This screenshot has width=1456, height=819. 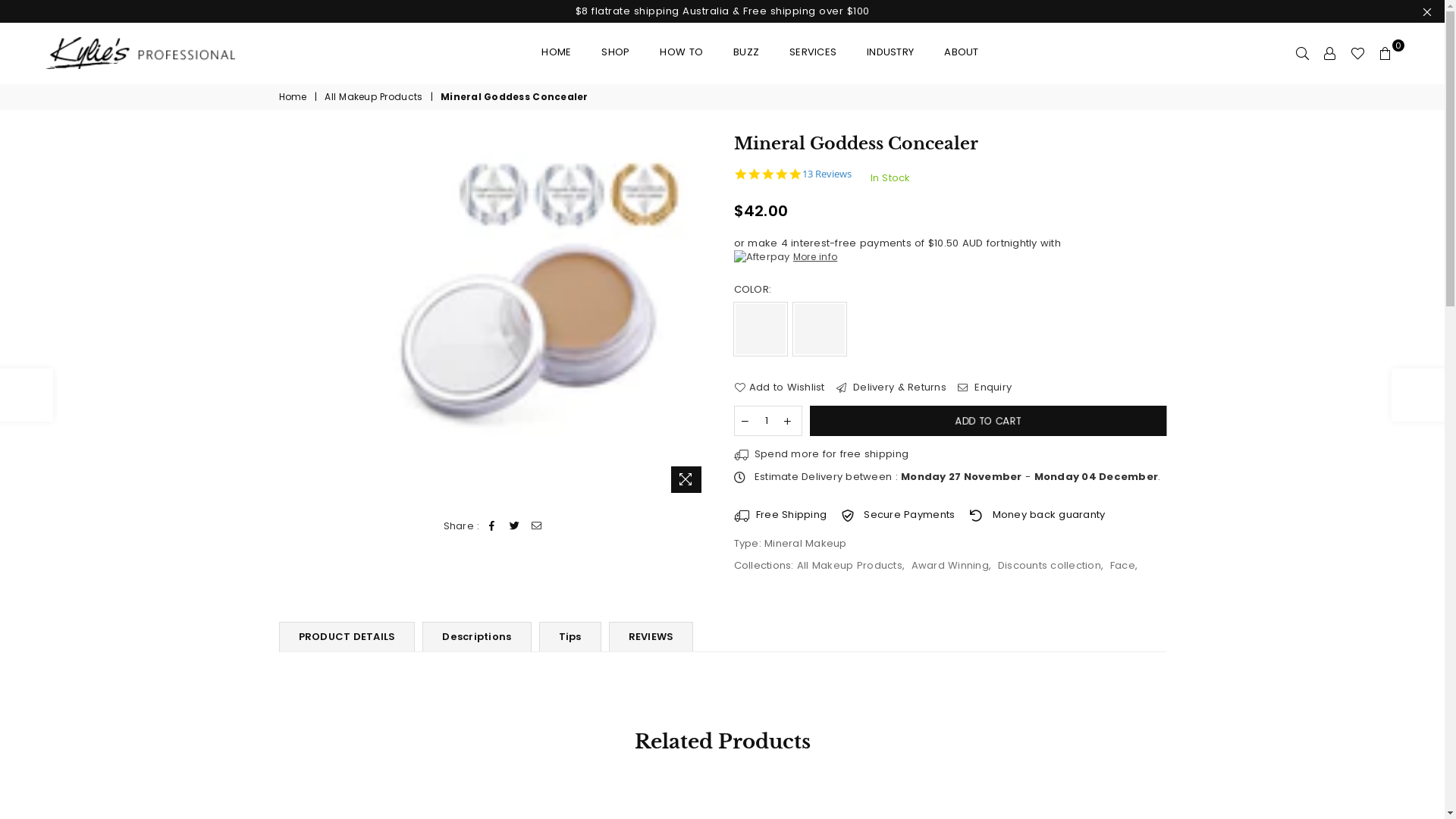 What do you see at coordinates (826, 174) in the screenshot?
I see `'13 Reviews'` at bounding box center [826, 174].